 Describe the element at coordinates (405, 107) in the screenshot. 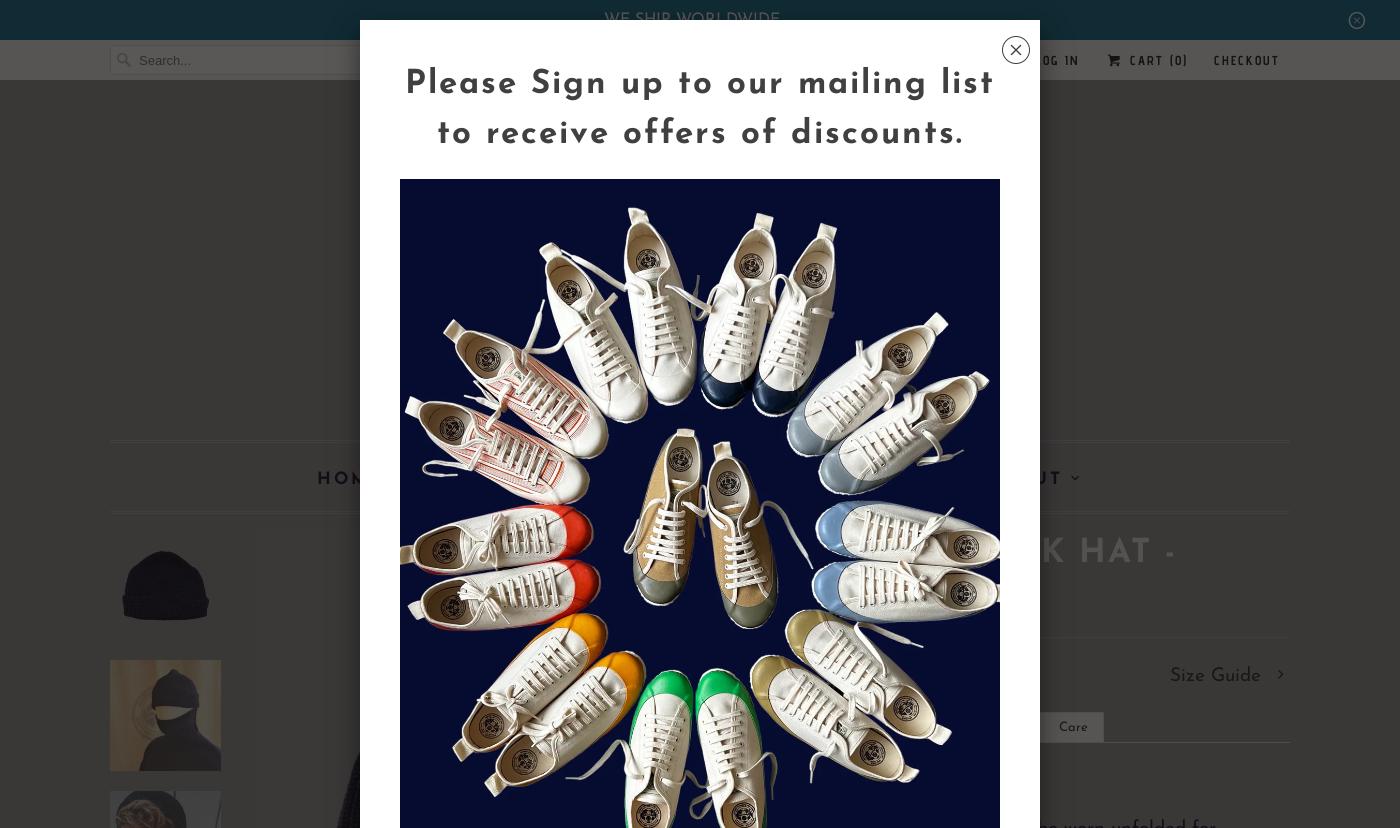

I see `'Please Sign up to our mailing list to receive offers of discounts.'` at that location.